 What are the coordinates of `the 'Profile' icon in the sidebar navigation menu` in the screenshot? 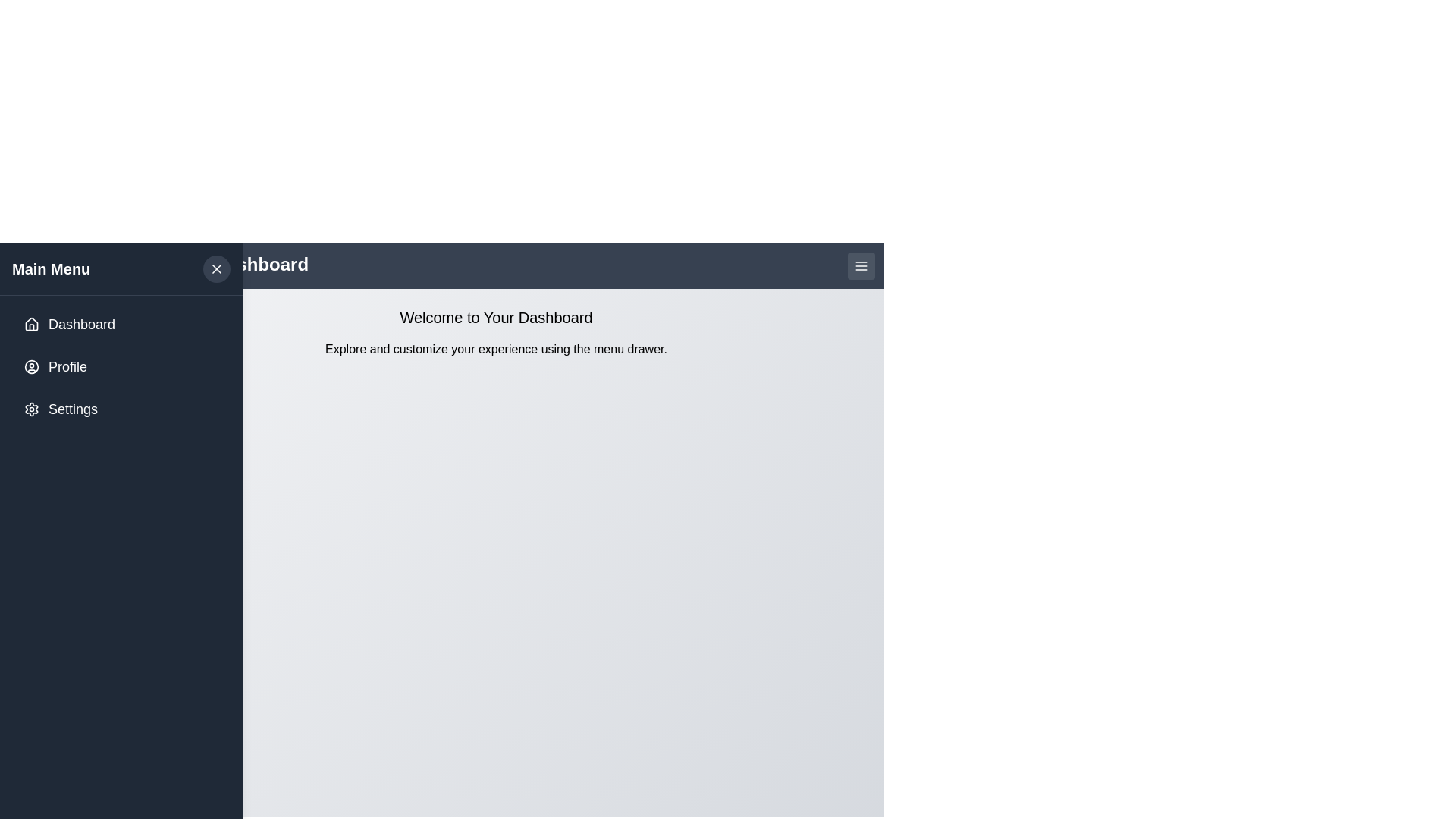 It's located at (32, 366).